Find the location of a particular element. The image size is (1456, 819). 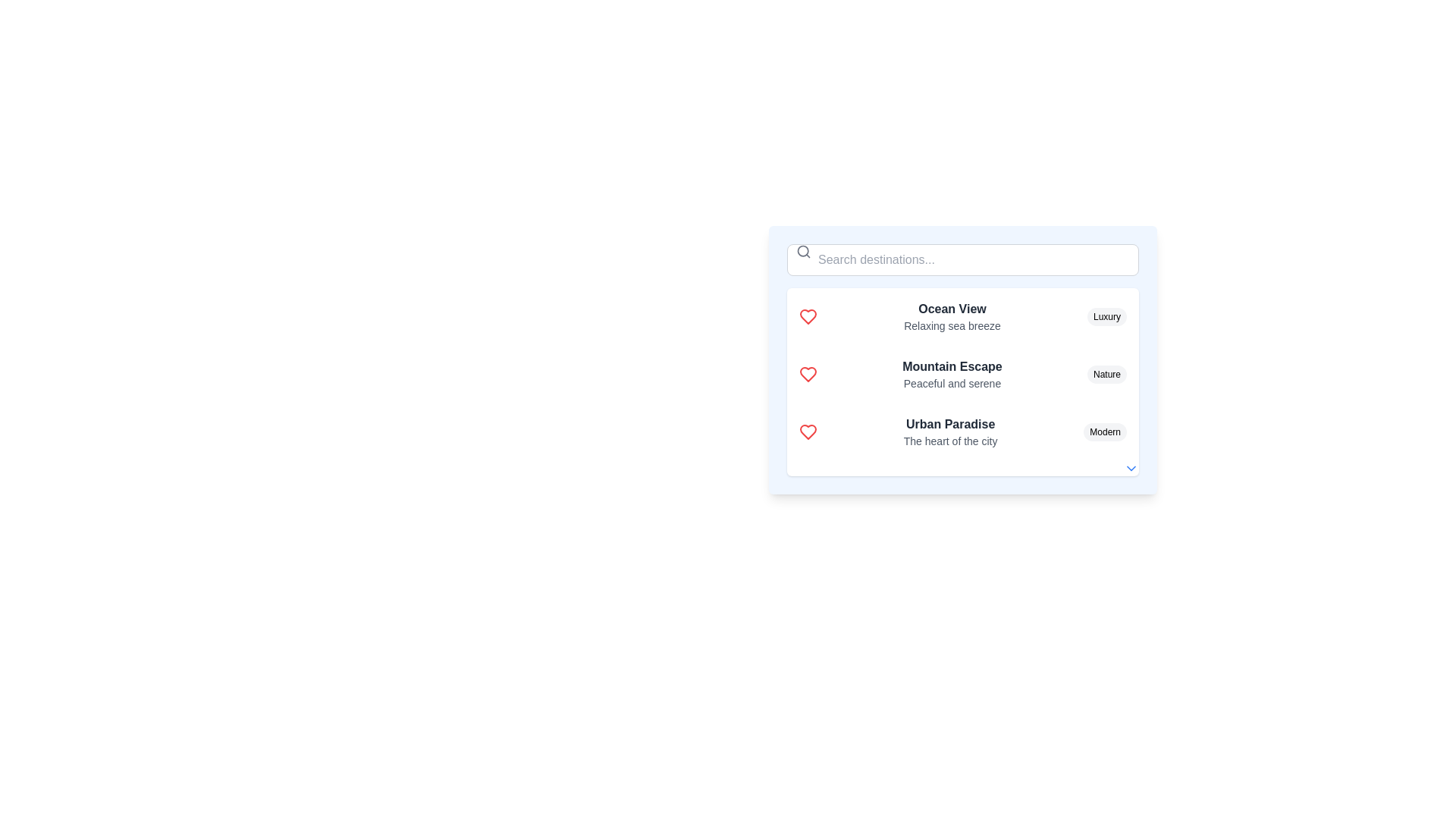

the first list item labeled 'Ocean View' featuring a heart icon, a bold title, a subtitle, and a 'Luxury' tag is located at coordinates (962, 315).